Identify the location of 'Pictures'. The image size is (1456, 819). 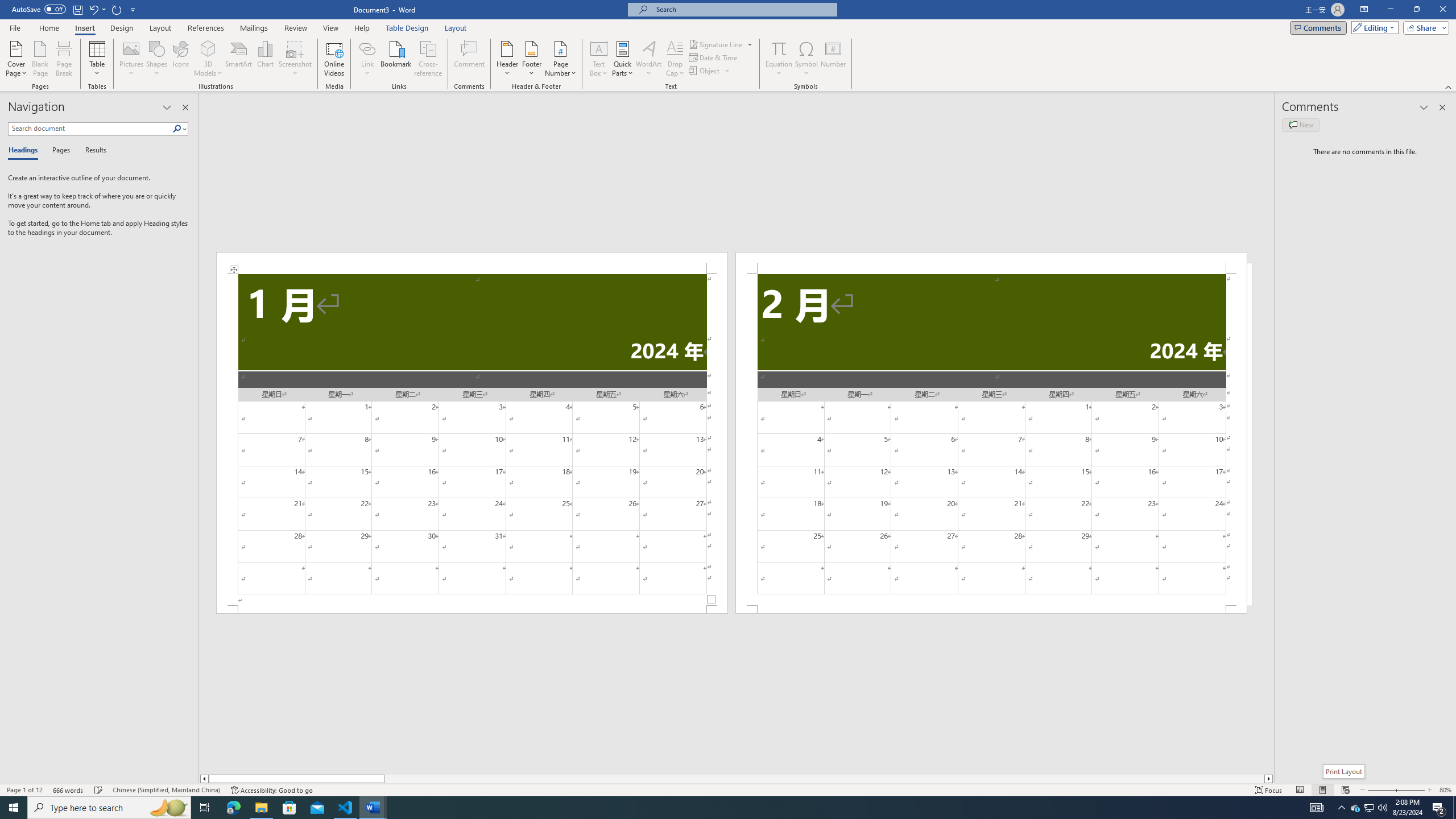
(131, 59).